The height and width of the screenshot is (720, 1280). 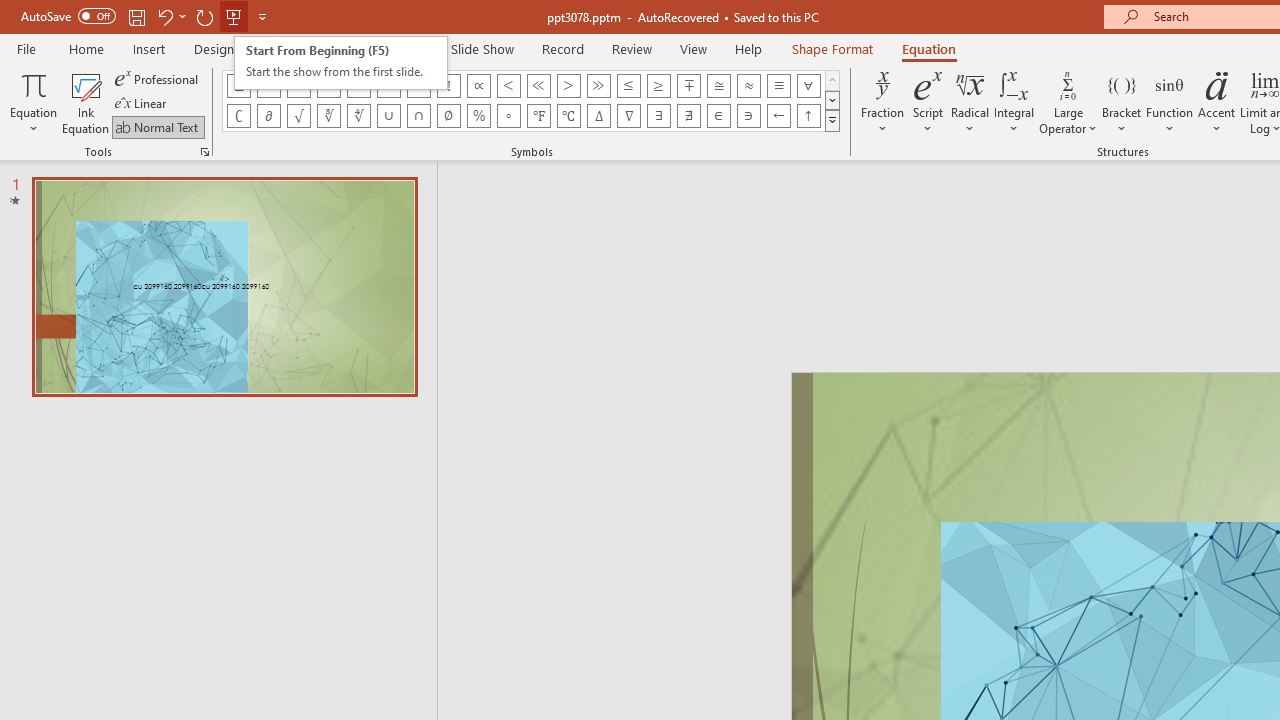 What do you see at coordinates (532, 100) in the screenshot?
I see `'AutomationID: EquationSymbolsInsertGallery'` at bounding box center [532, 100].